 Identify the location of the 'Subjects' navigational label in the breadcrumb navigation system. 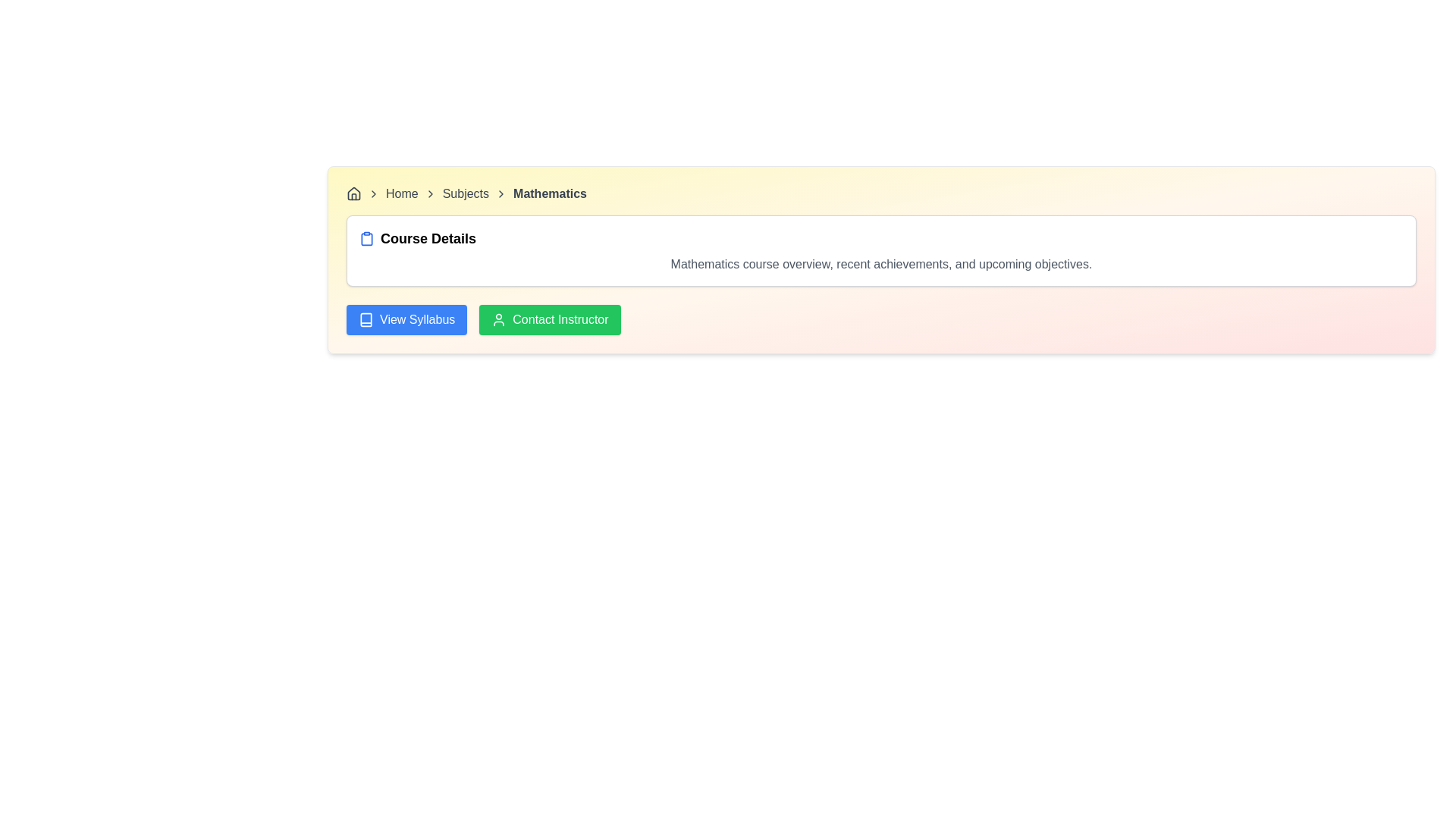
(465, 193).